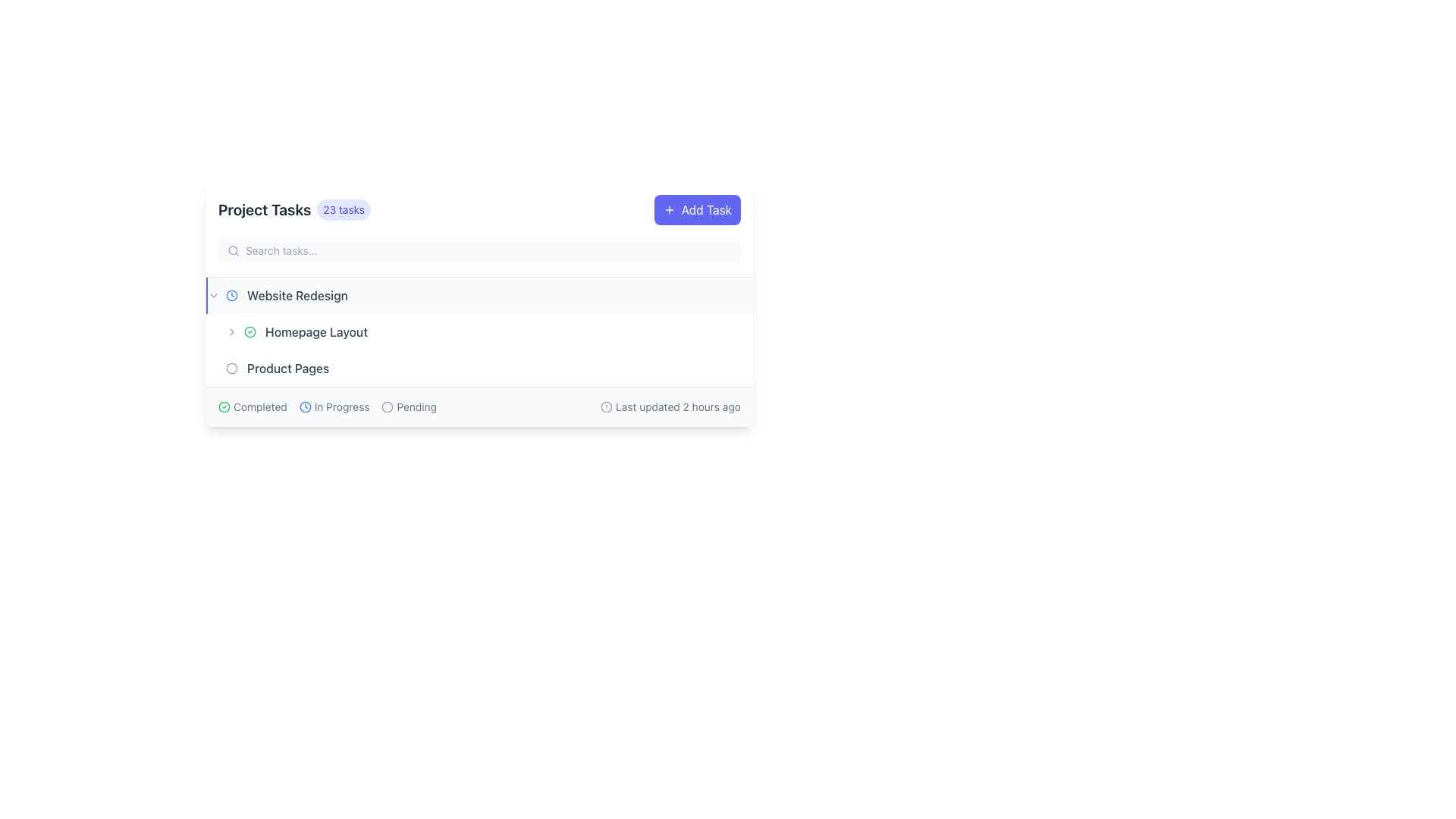 The height and width of the screenshot is (819, 1456). I want to click on the 'Product Pages' text label in the 'Project Tasks' interface, so click(288, 369).